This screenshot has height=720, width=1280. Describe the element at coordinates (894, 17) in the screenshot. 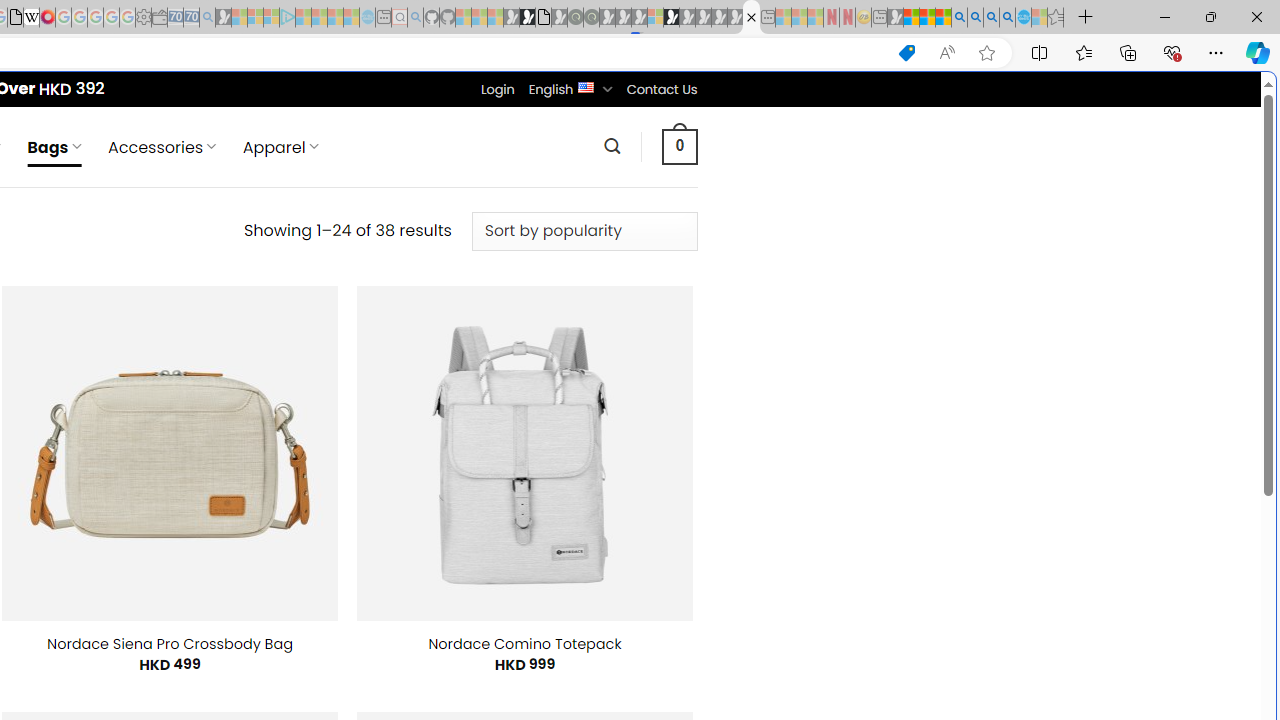

I see `'MSN - Sleeping'` at that location.